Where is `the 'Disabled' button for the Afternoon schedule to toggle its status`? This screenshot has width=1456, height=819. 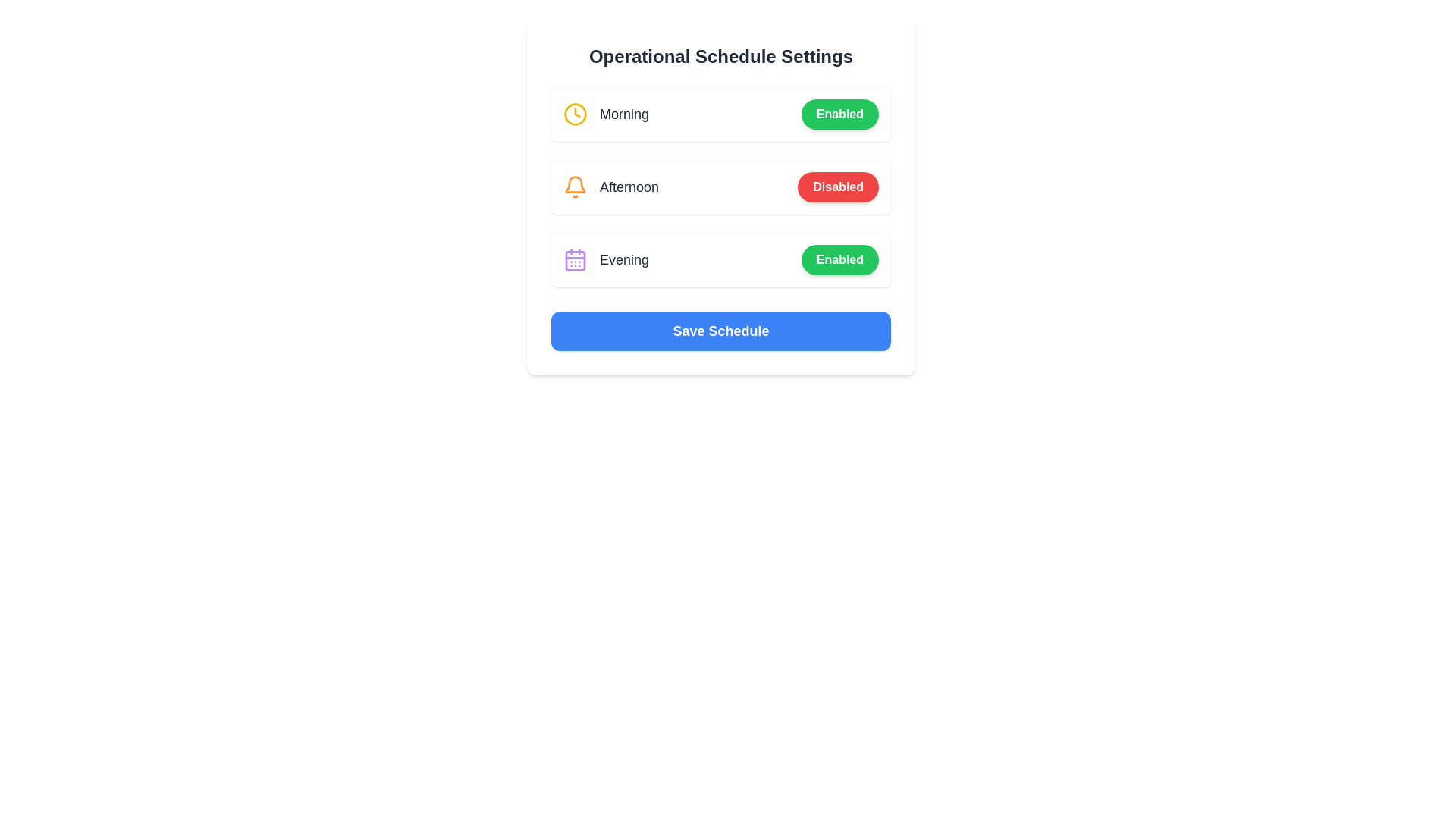
the 'Disabled' button for the Afternoon schedule to toggle its status is located at coordinates (837, 186).